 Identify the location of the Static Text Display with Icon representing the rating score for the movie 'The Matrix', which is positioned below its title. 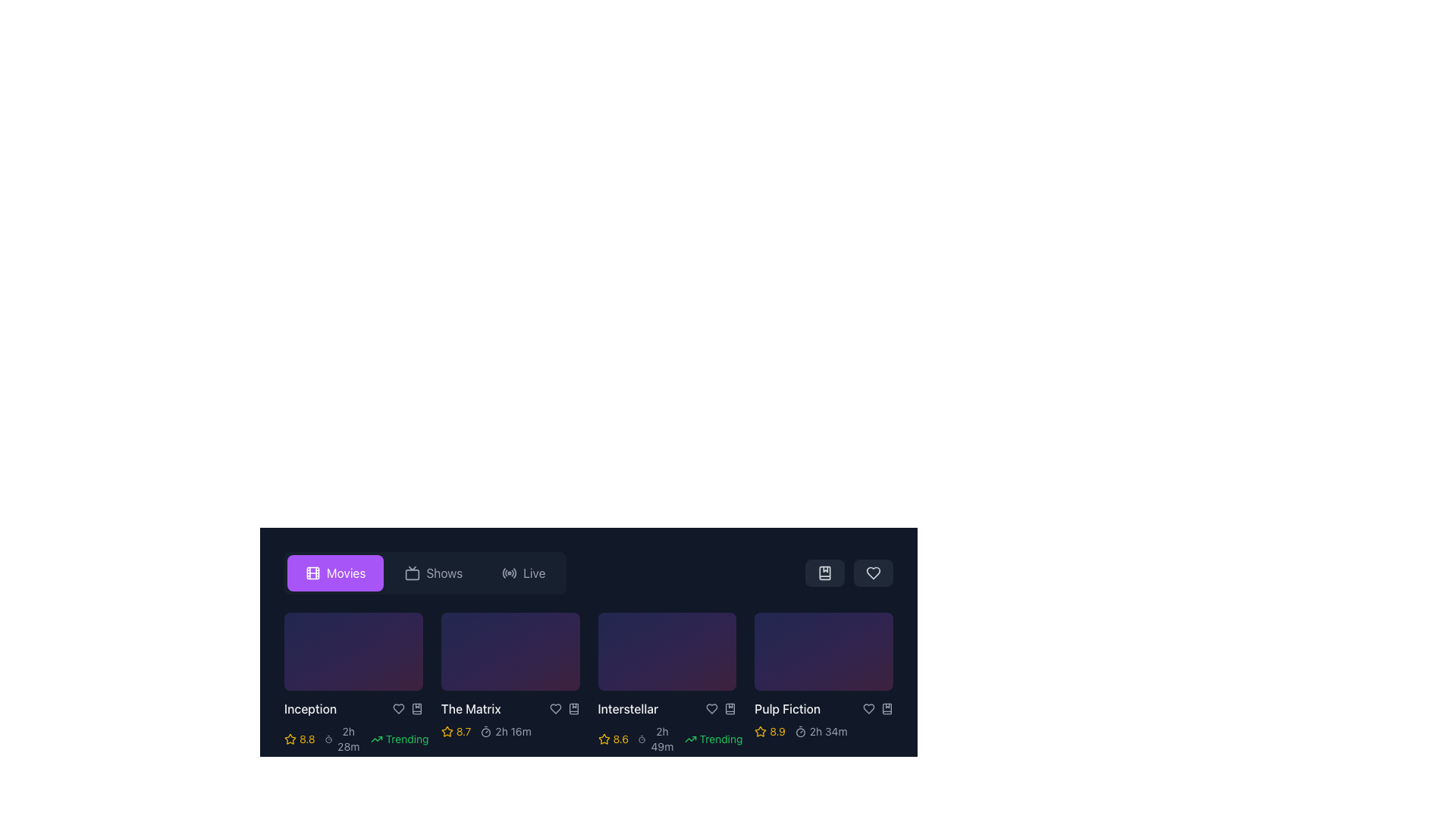
(455, 730).